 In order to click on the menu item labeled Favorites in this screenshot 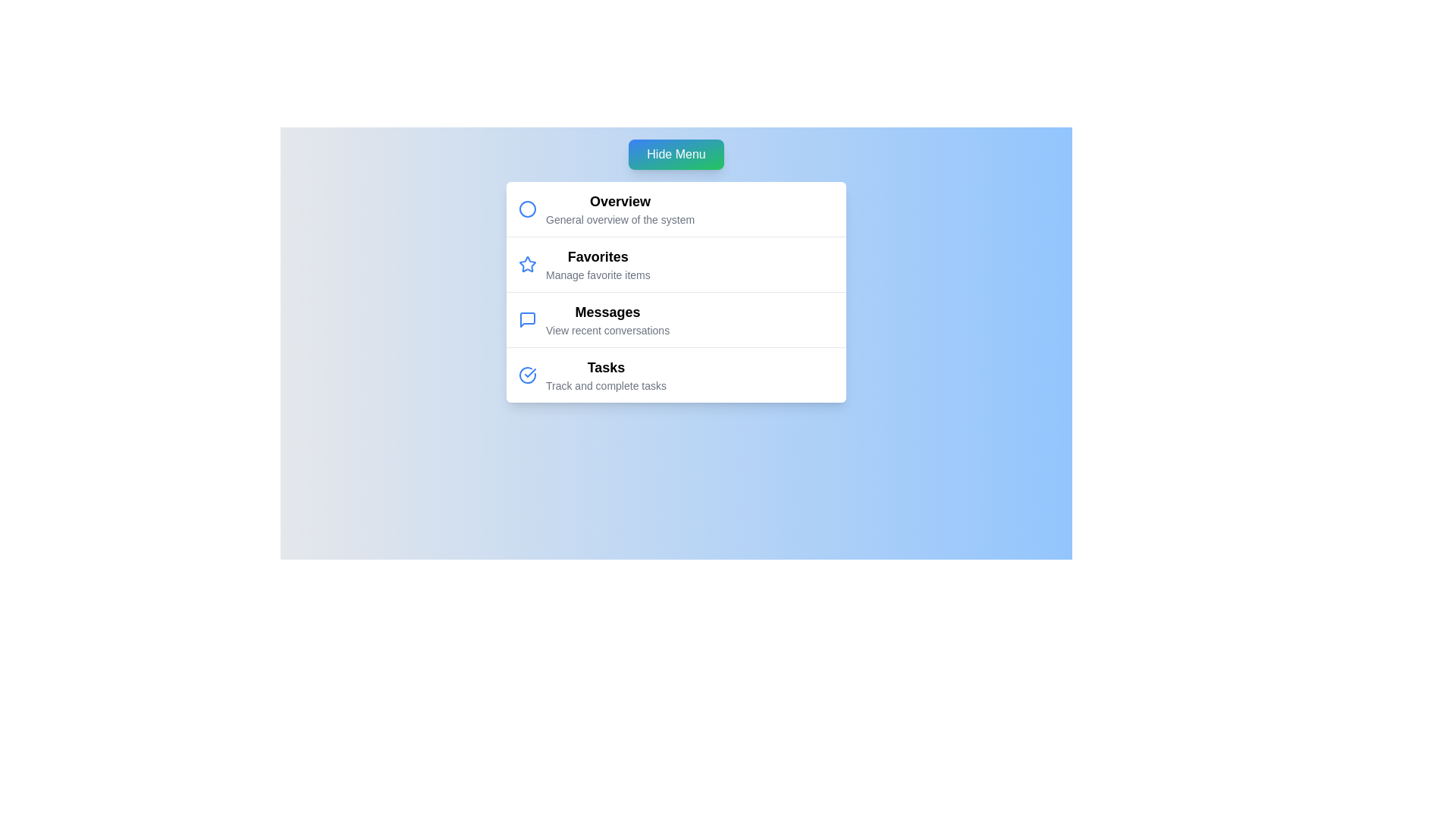, I will do `click(597, 256)`.